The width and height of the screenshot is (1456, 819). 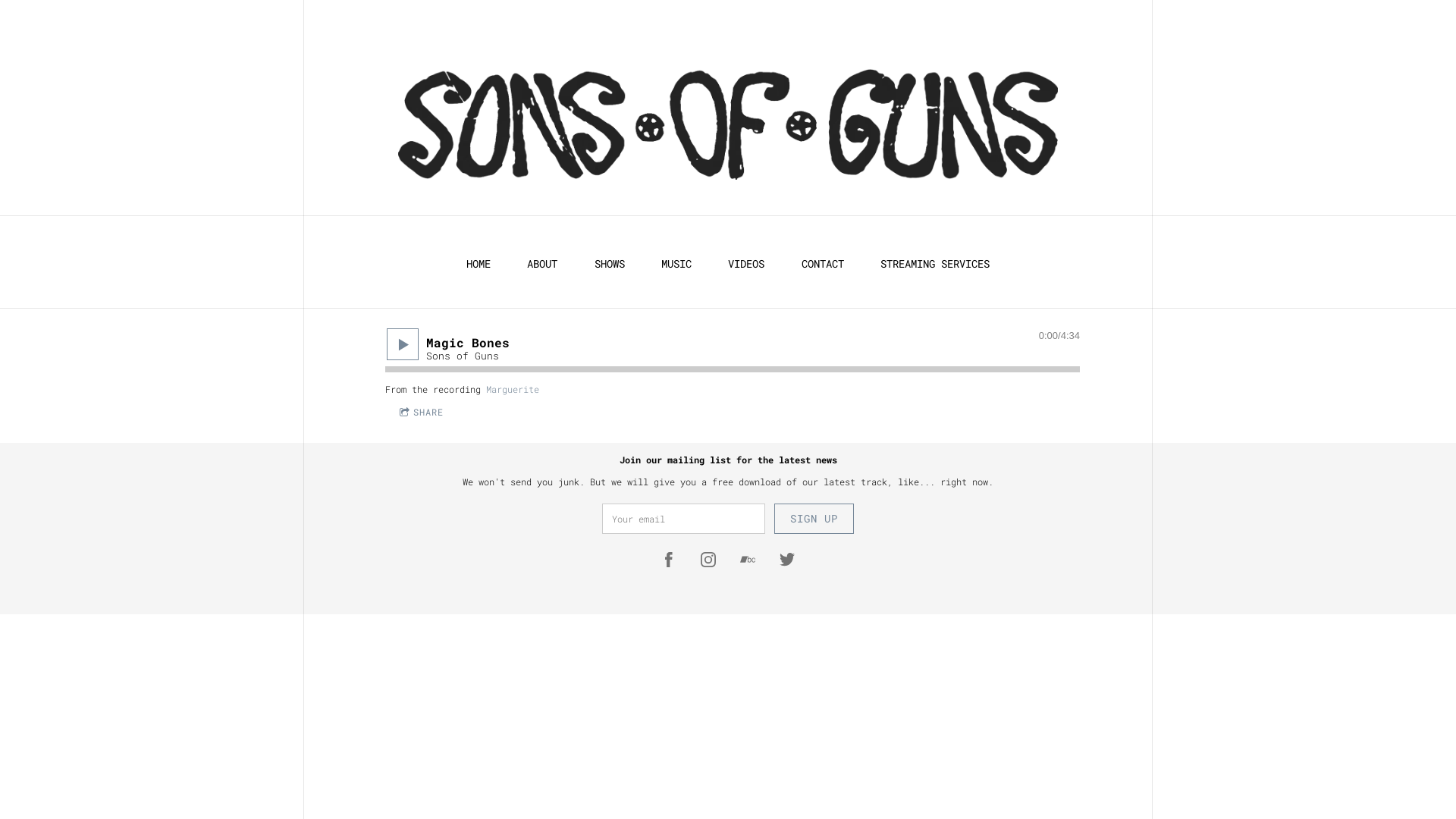 I want to click on 'MUSIC', so click(x=676, y=262).